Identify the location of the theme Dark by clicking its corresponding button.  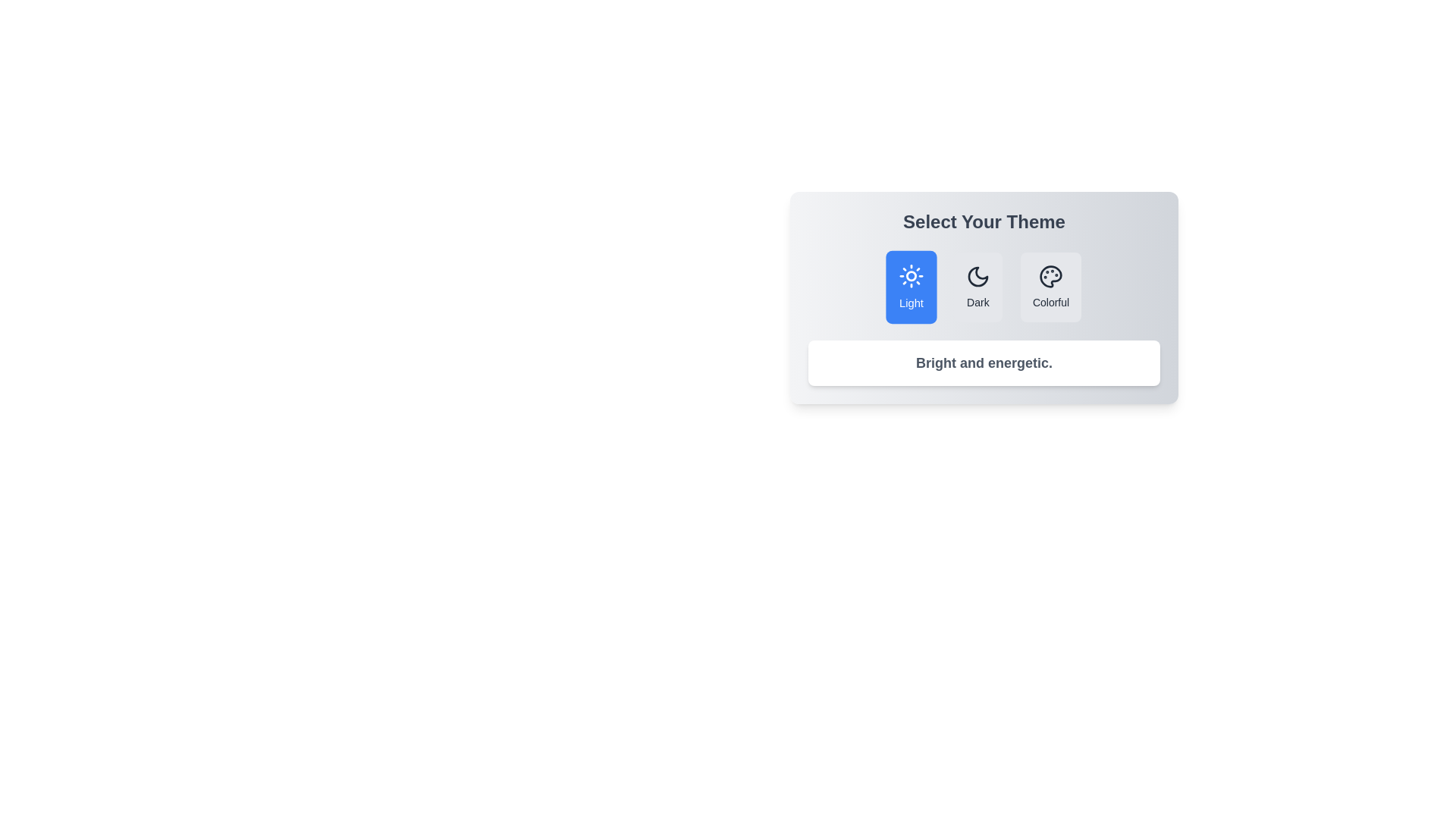
(977, 287).